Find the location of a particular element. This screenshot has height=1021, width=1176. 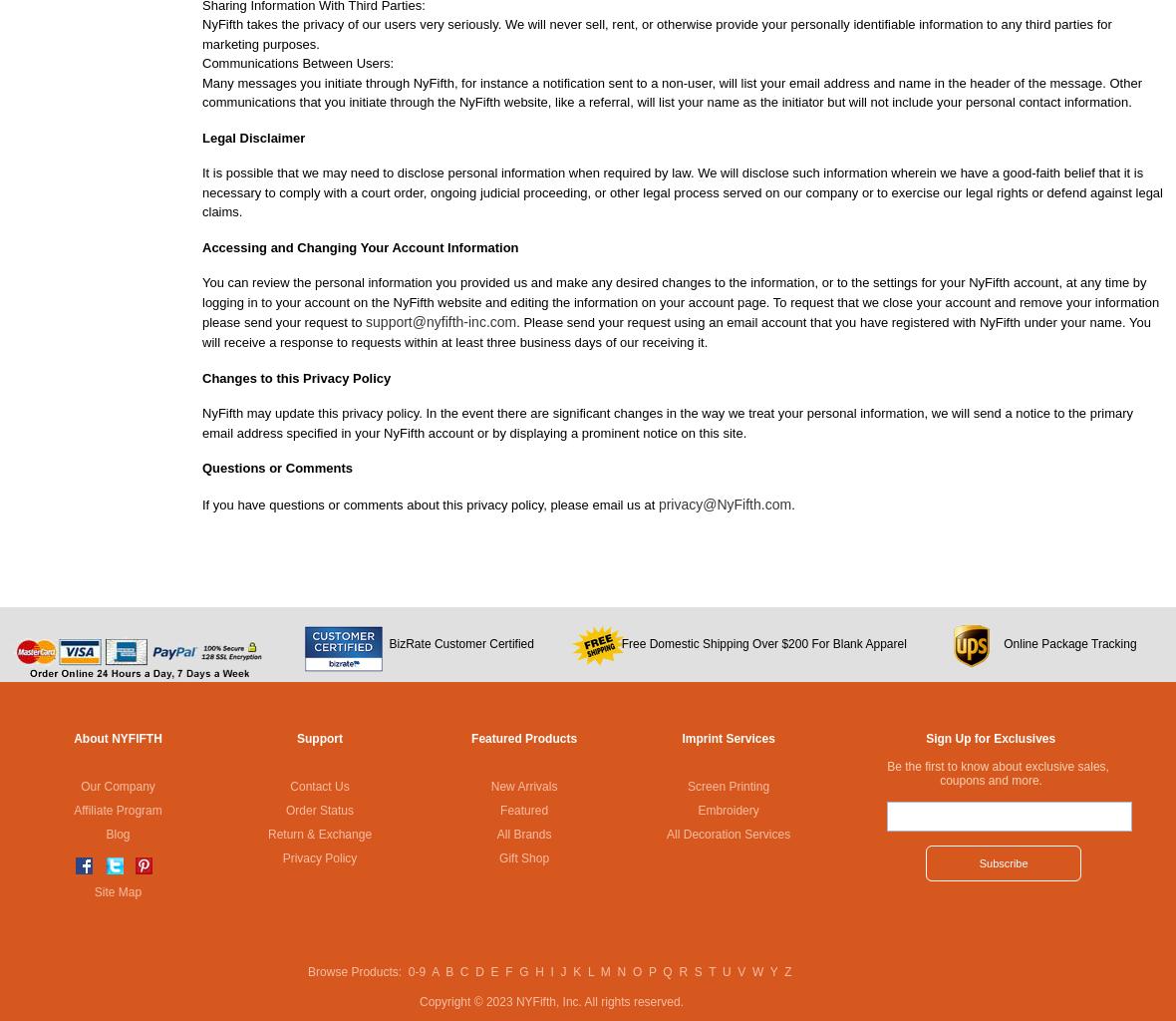

'0-9' is located at coordinates (415, 971).